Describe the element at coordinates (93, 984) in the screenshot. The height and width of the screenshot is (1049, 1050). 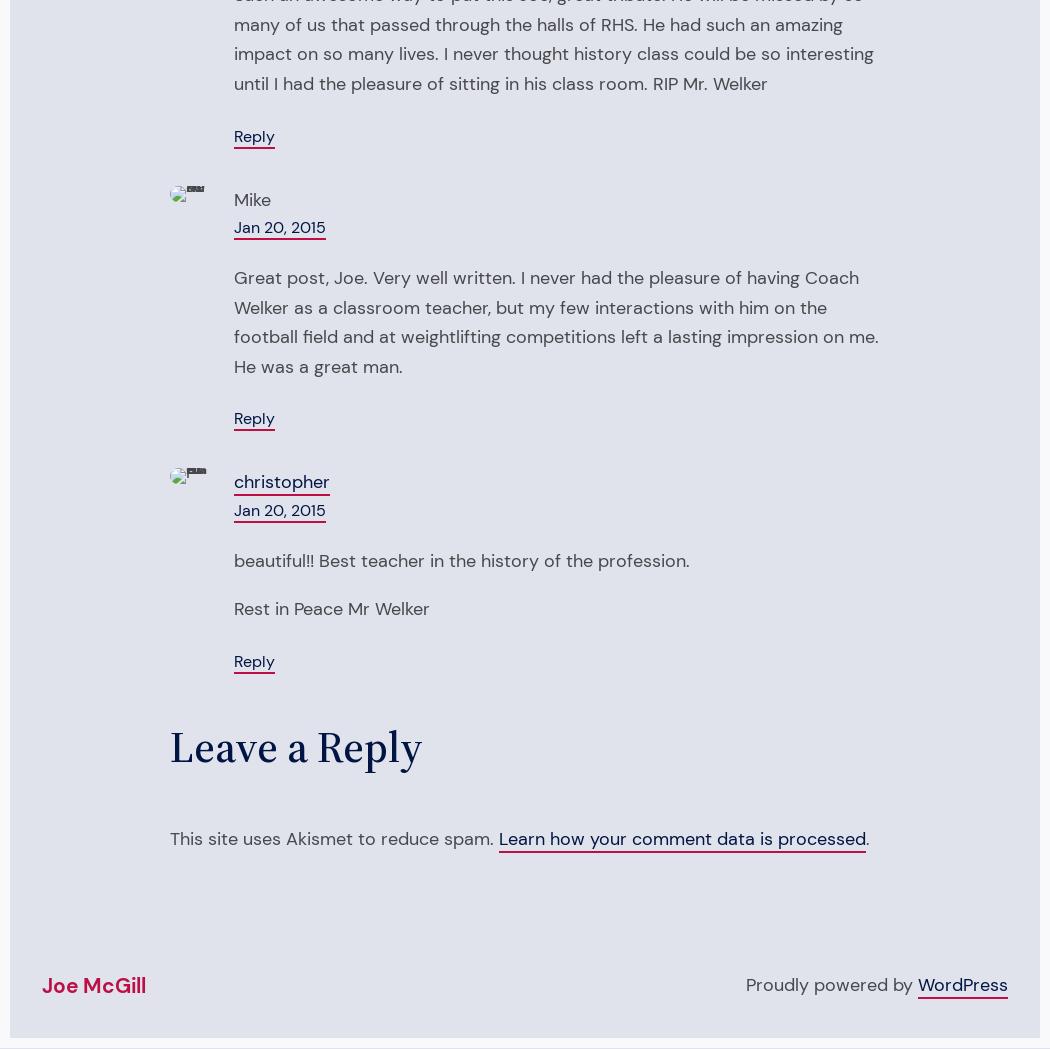
I see `'Joe McGill'` at that location.